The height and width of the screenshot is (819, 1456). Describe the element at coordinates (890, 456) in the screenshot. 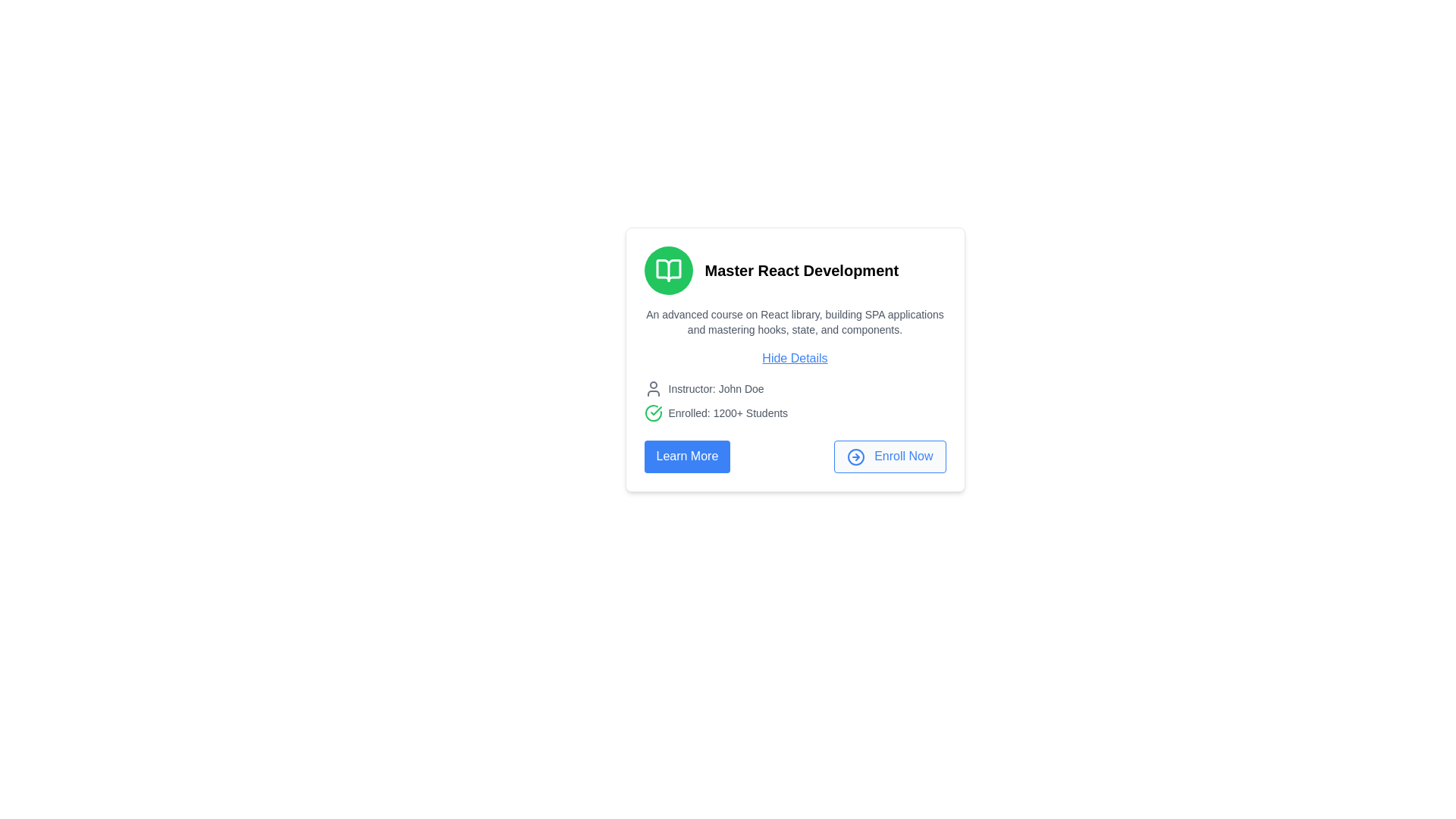

I see `the second button in the horizontal layout below the course description card` at that location.